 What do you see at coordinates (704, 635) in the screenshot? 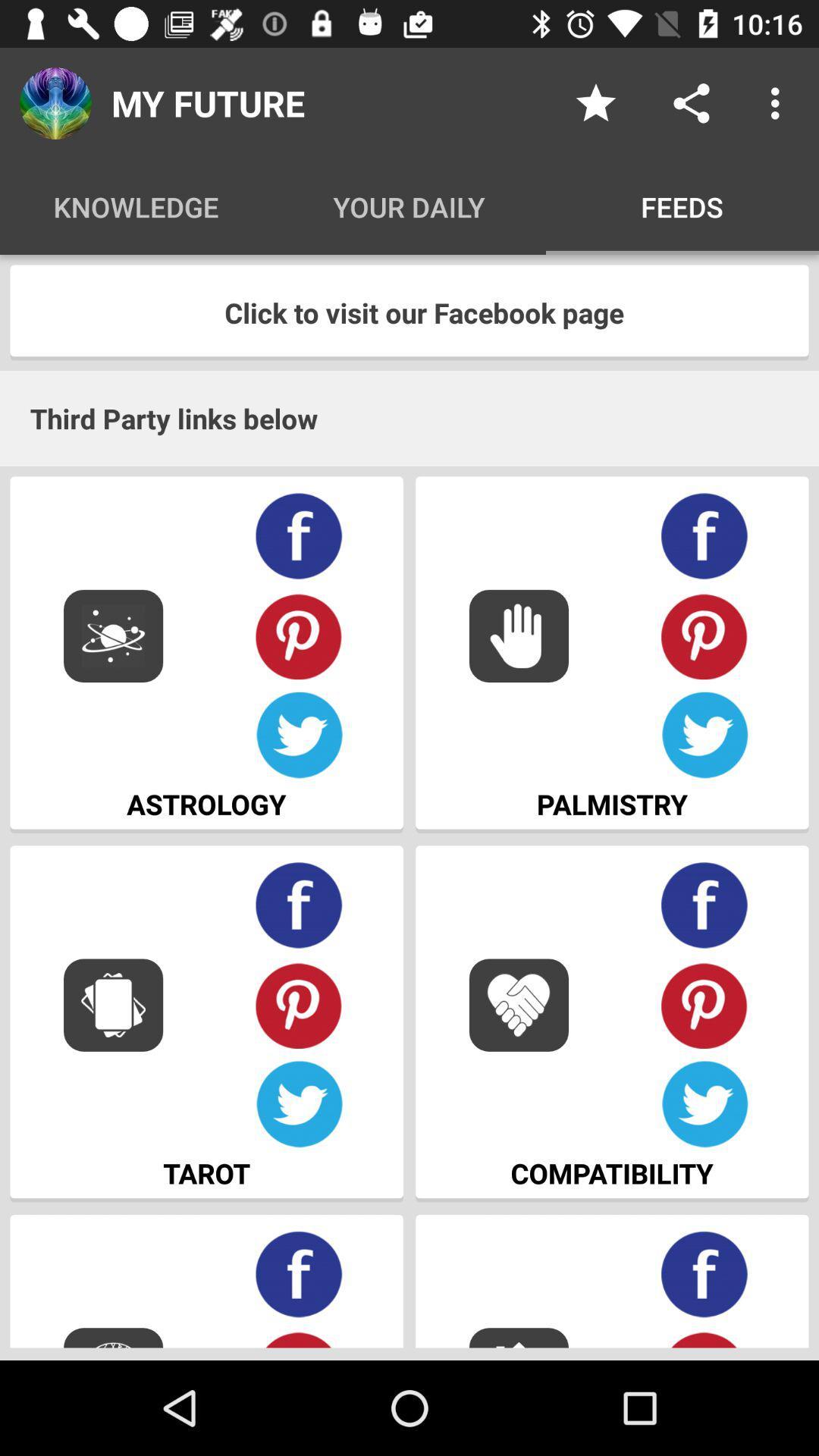
I see `open pinterest` at bounding box center [704, 635].